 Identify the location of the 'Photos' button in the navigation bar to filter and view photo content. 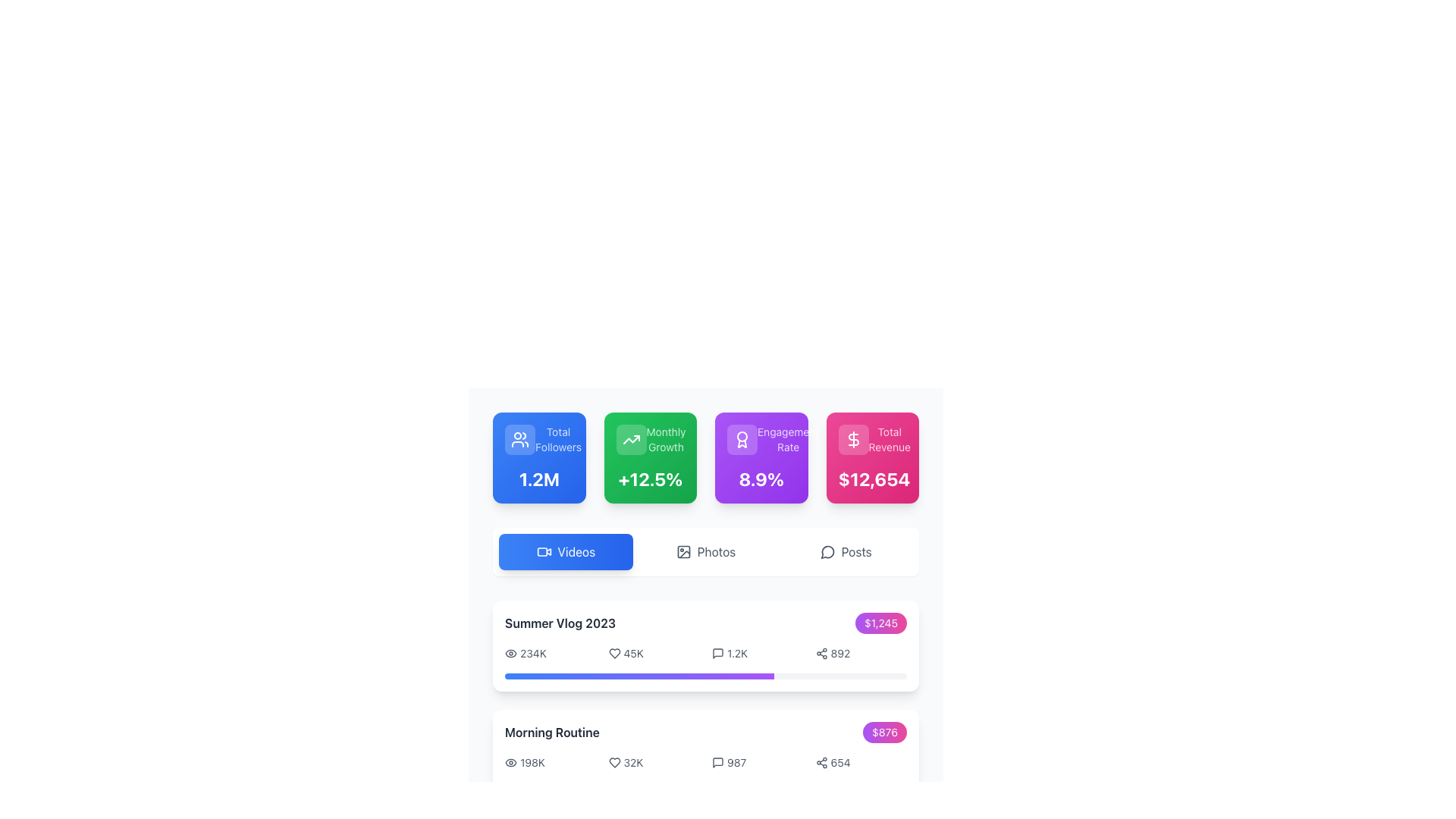
(705, 552).